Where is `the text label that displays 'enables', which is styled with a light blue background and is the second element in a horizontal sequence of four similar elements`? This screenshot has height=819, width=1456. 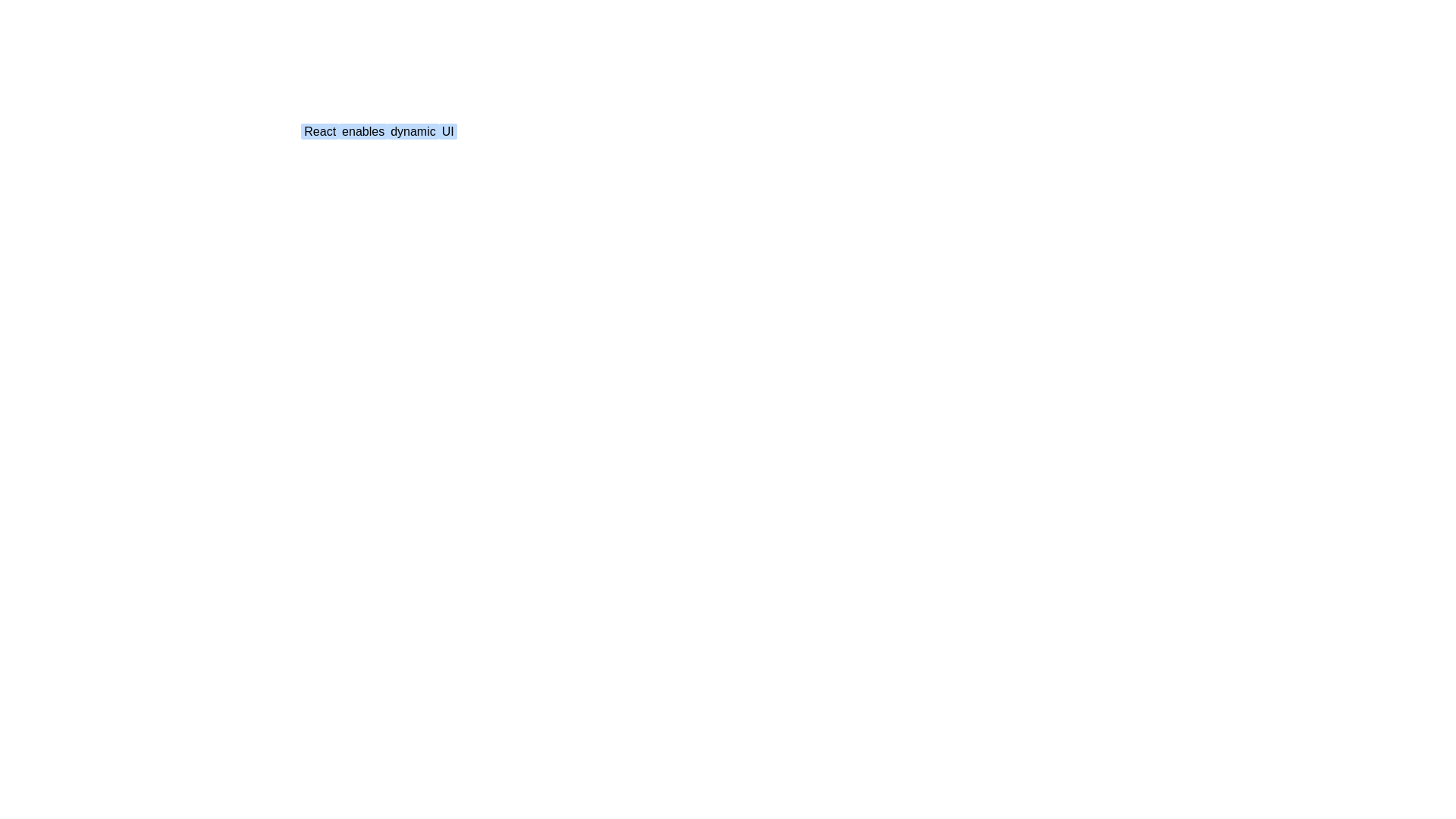 the text label that displays 'enables', which is styled with a light blue background and is the second element in a horizontal sequence of four similar elements is located at coordinates (362, 130).